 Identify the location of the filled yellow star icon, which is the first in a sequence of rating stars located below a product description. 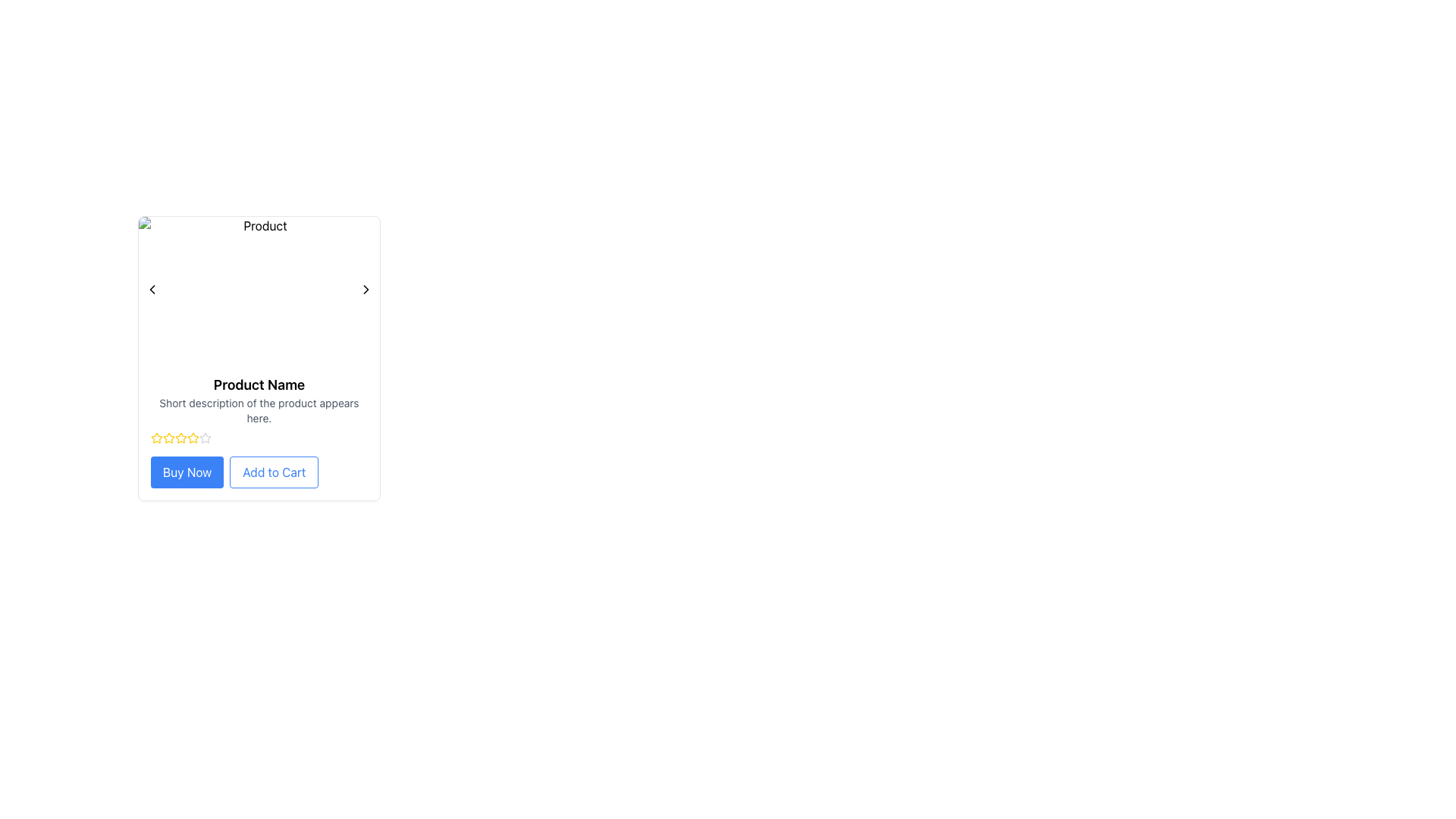
(156, 438).